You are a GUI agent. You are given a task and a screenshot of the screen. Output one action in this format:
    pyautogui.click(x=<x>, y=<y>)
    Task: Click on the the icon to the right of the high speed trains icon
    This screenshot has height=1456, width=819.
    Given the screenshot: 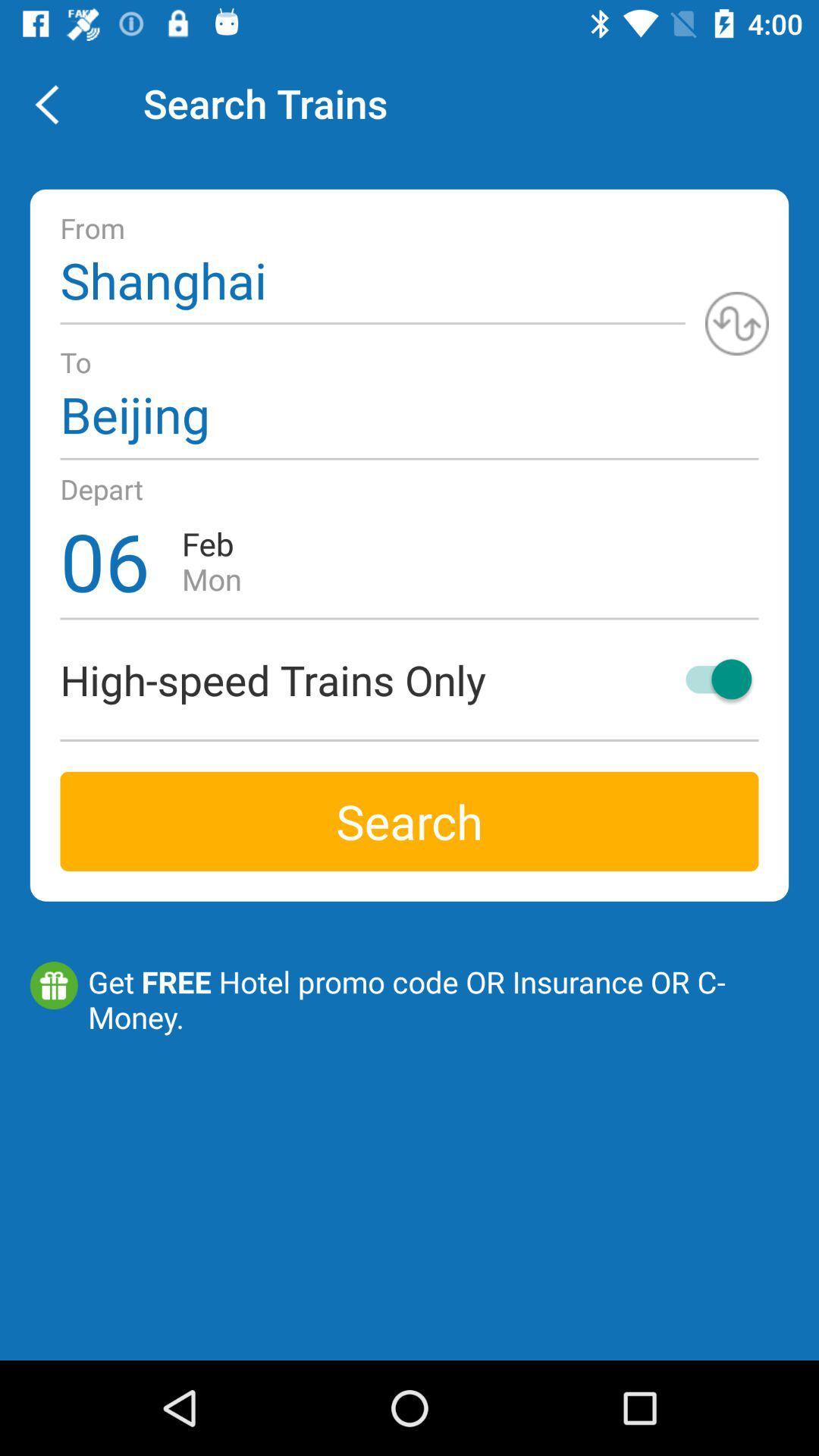 What is the action you would take?
    pyautogui.click(x=711, y=678)
    